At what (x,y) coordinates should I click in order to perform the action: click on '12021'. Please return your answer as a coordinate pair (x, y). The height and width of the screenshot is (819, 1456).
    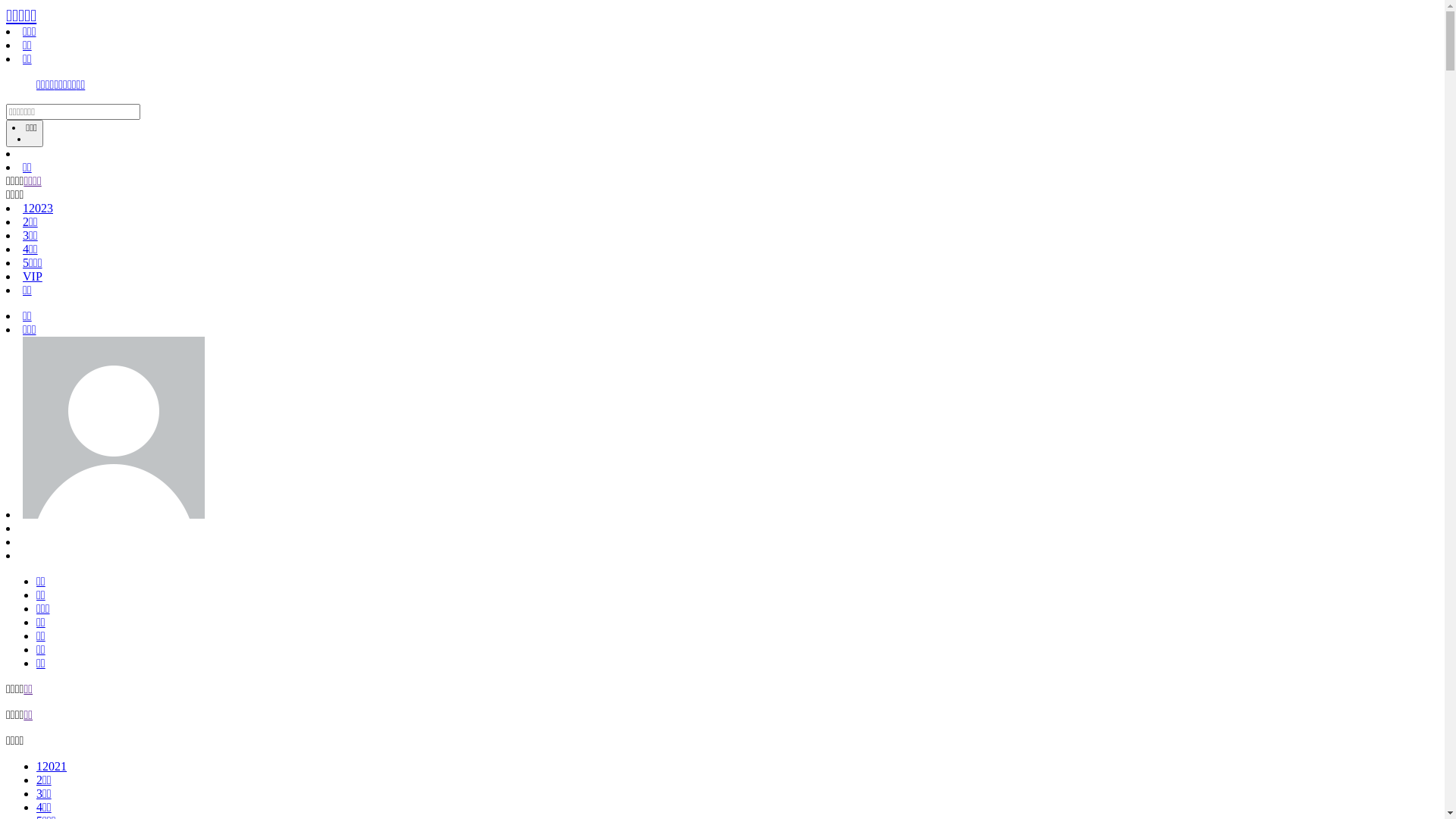
    Looking at the image, I should click on (51, 766).